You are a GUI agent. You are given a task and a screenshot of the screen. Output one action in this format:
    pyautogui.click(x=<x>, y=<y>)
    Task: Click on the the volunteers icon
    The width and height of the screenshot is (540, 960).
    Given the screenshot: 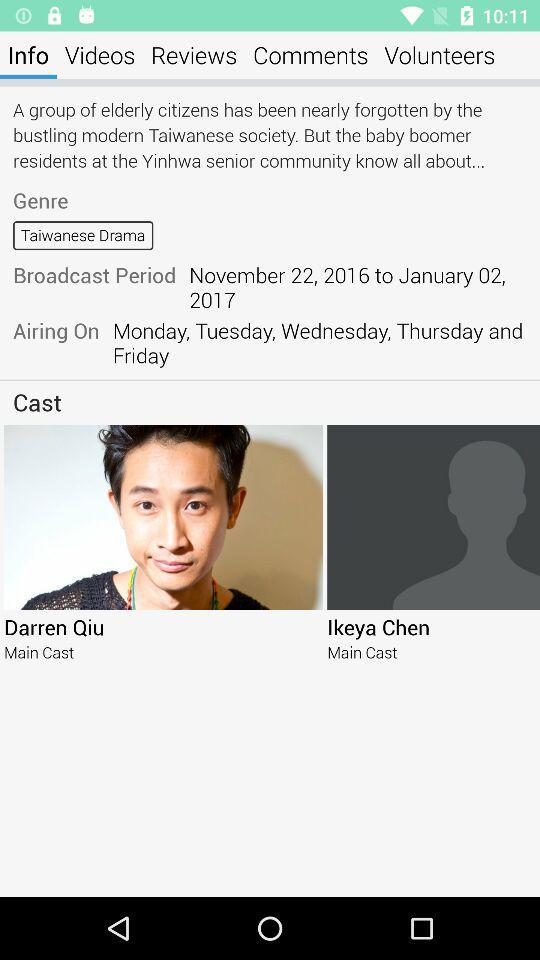 What is the action you would take?
    pyautogui.click(x=438, y=54)
    